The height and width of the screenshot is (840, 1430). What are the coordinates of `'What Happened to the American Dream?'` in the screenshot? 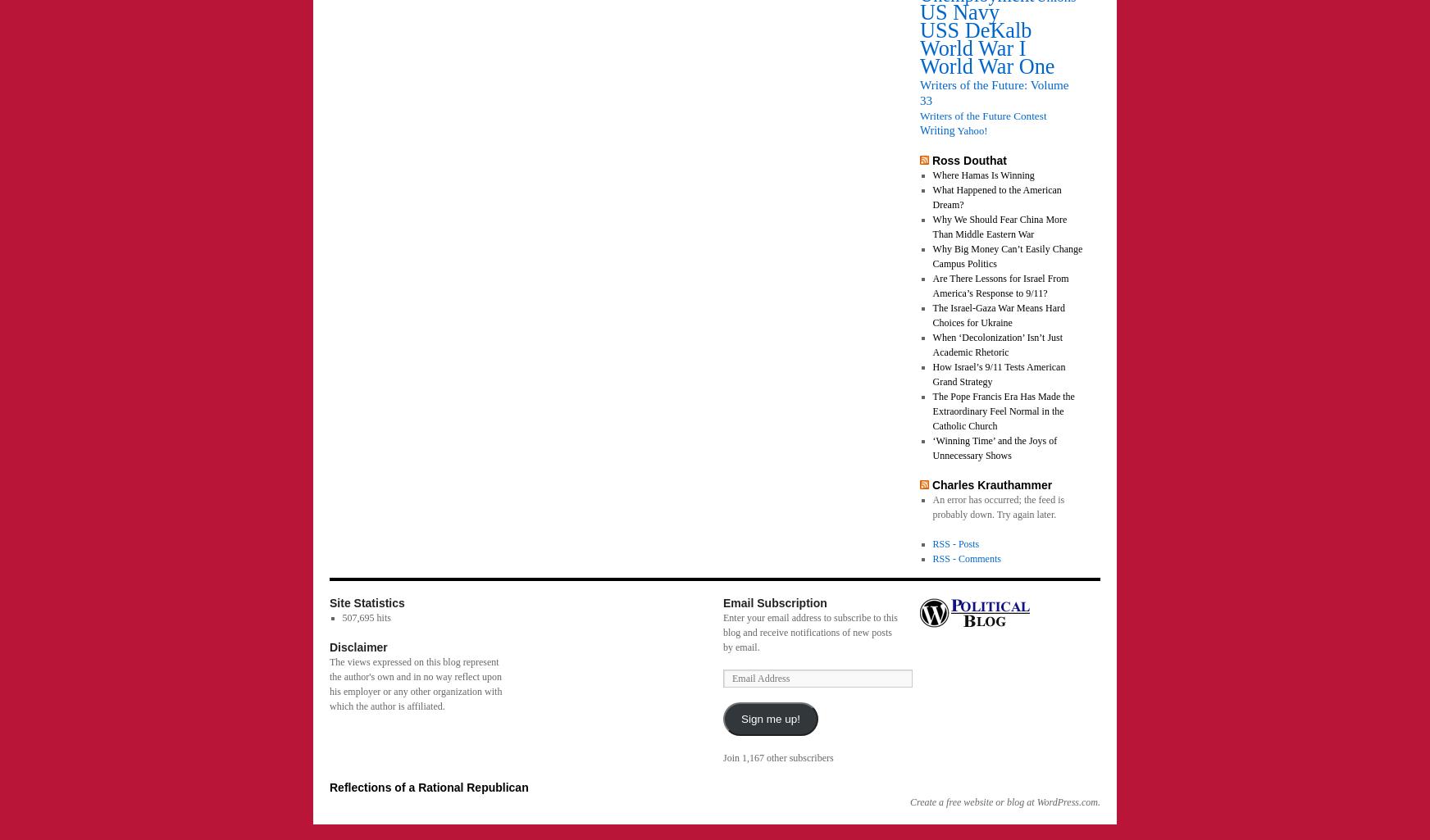 It's located at (996, 196).